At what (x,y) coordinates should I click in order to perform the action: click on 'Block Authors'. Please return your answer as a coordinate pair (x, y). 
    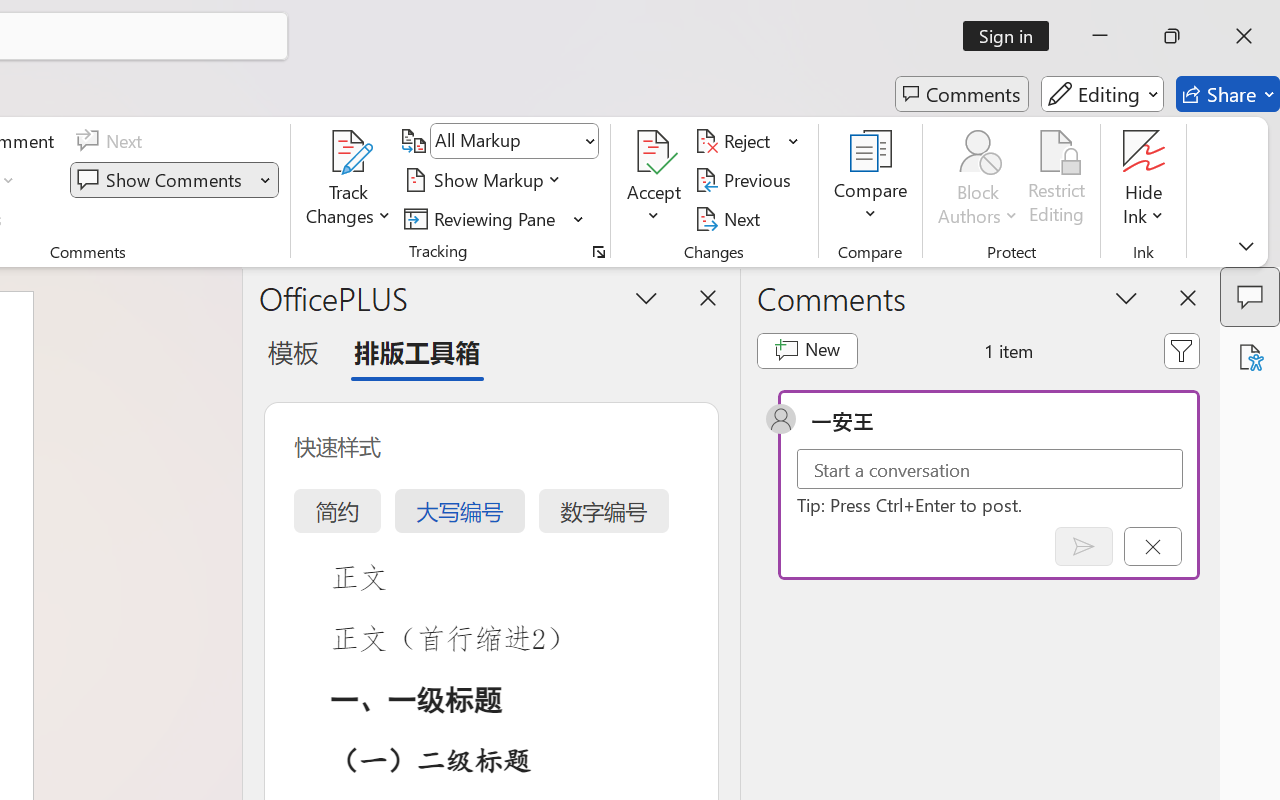
    Looking at the image, I should click on (977, 179).